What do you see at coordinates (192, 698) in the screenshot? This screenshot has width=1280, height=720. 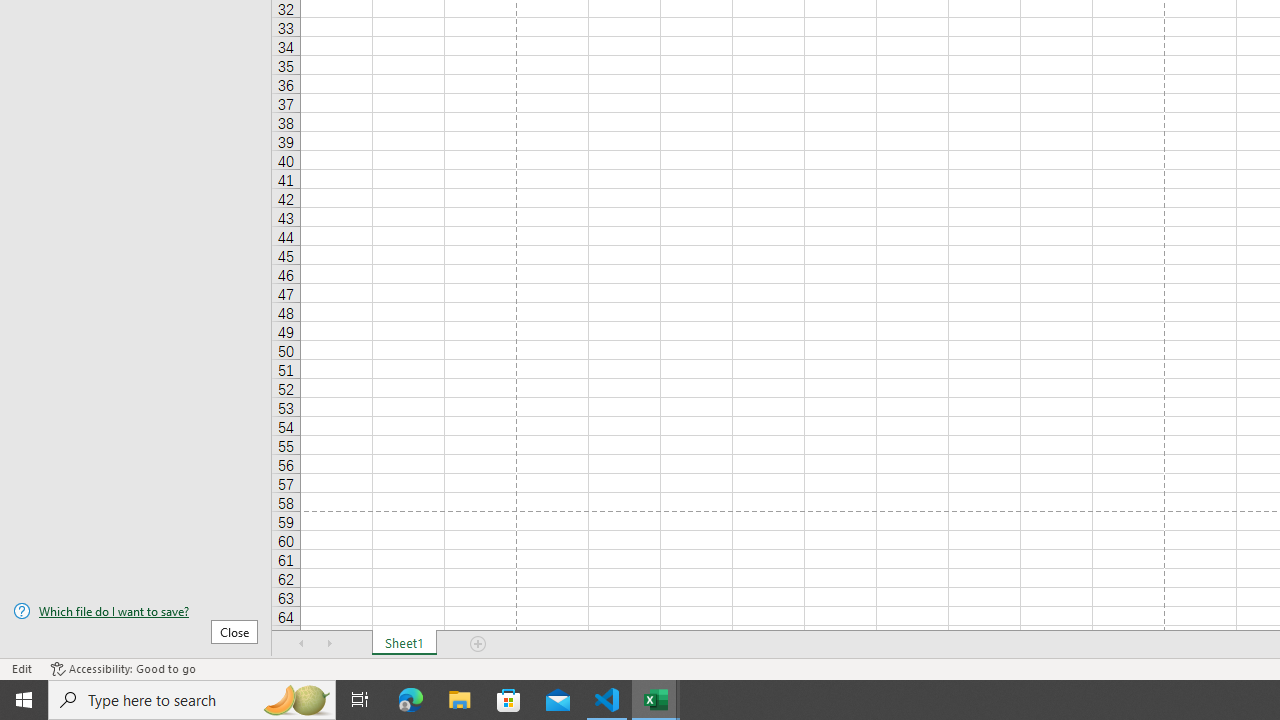 I see `'Type here to search'` at bounding box center [192, 698].